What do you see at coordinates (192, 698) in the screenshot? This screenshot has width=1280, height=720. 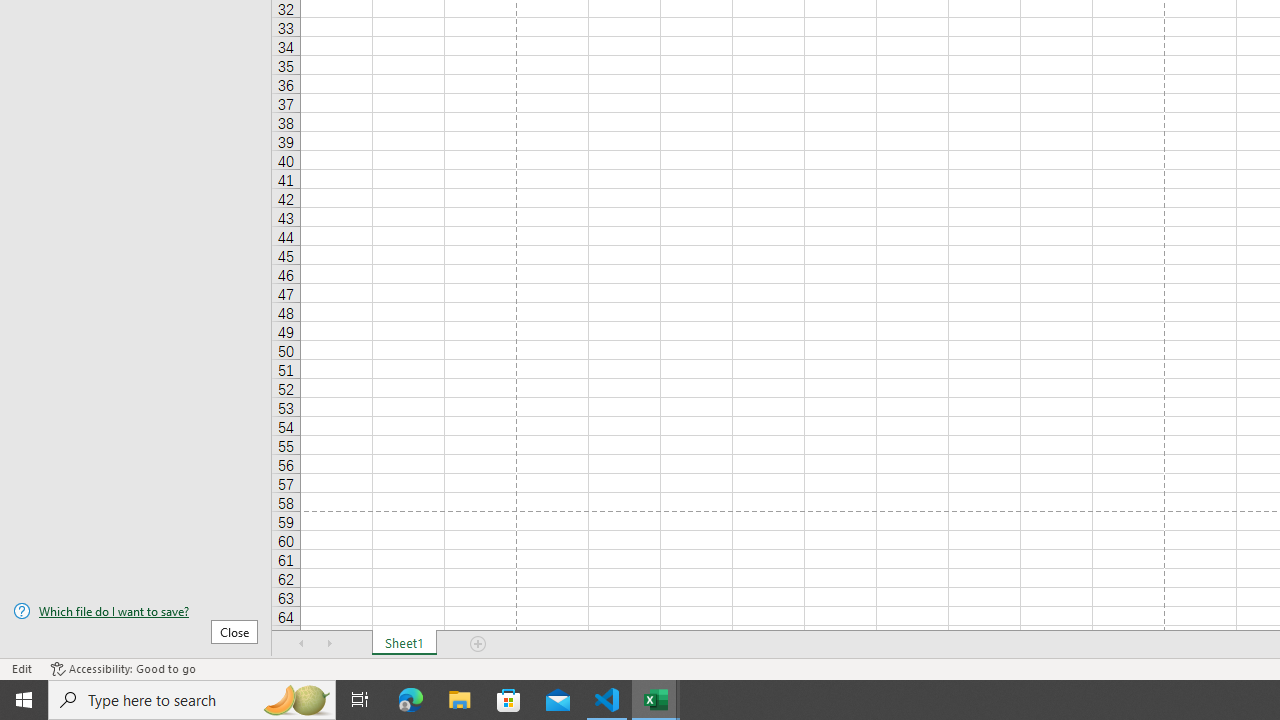 I see `'Type here to search'` at bounding box center [192, 698].